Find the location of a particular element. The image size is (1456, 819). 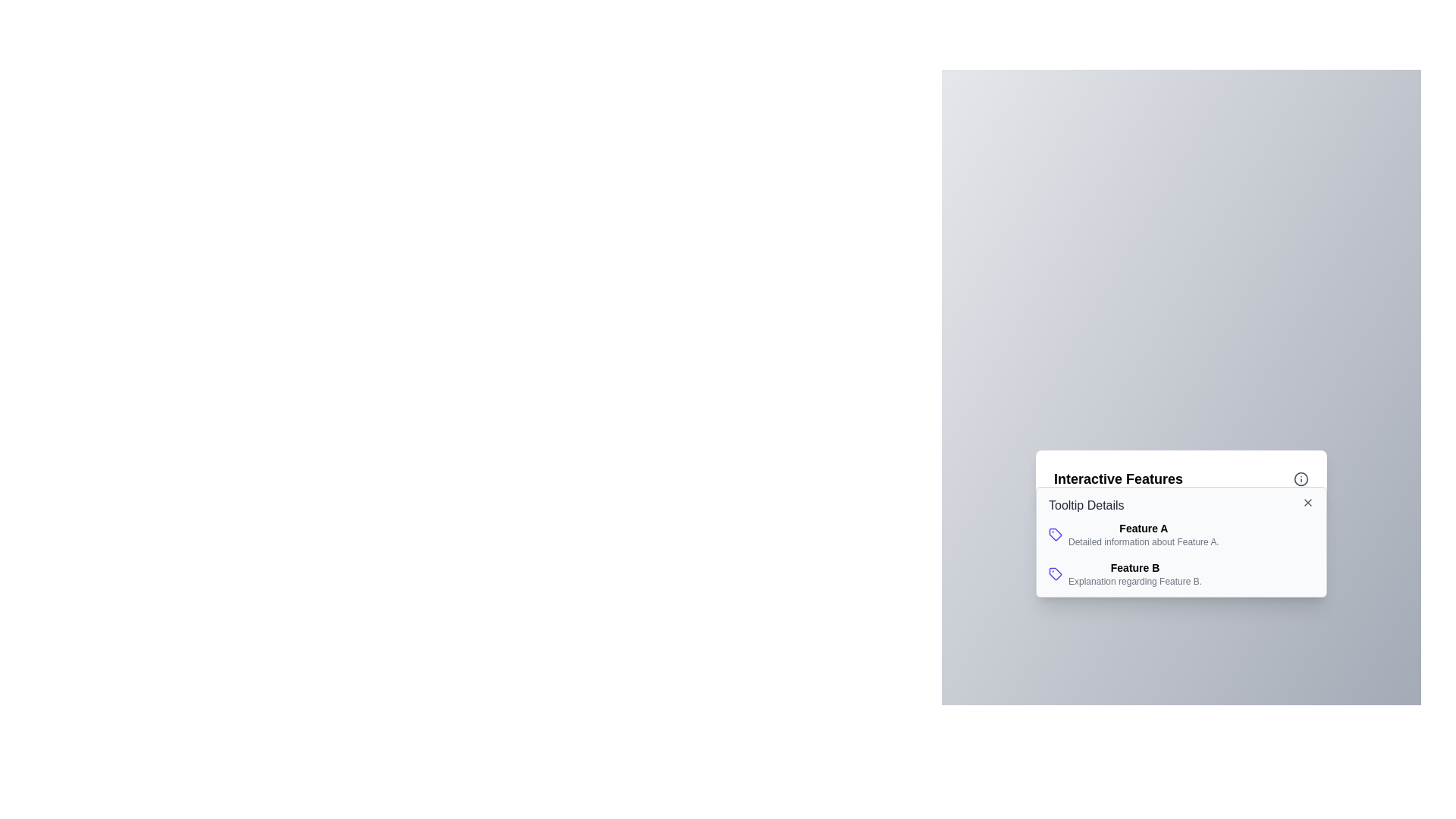

the SVG icon resembling a tag located next to the text 'Feature B' for further functionality is located at coordinates (1055, 573).